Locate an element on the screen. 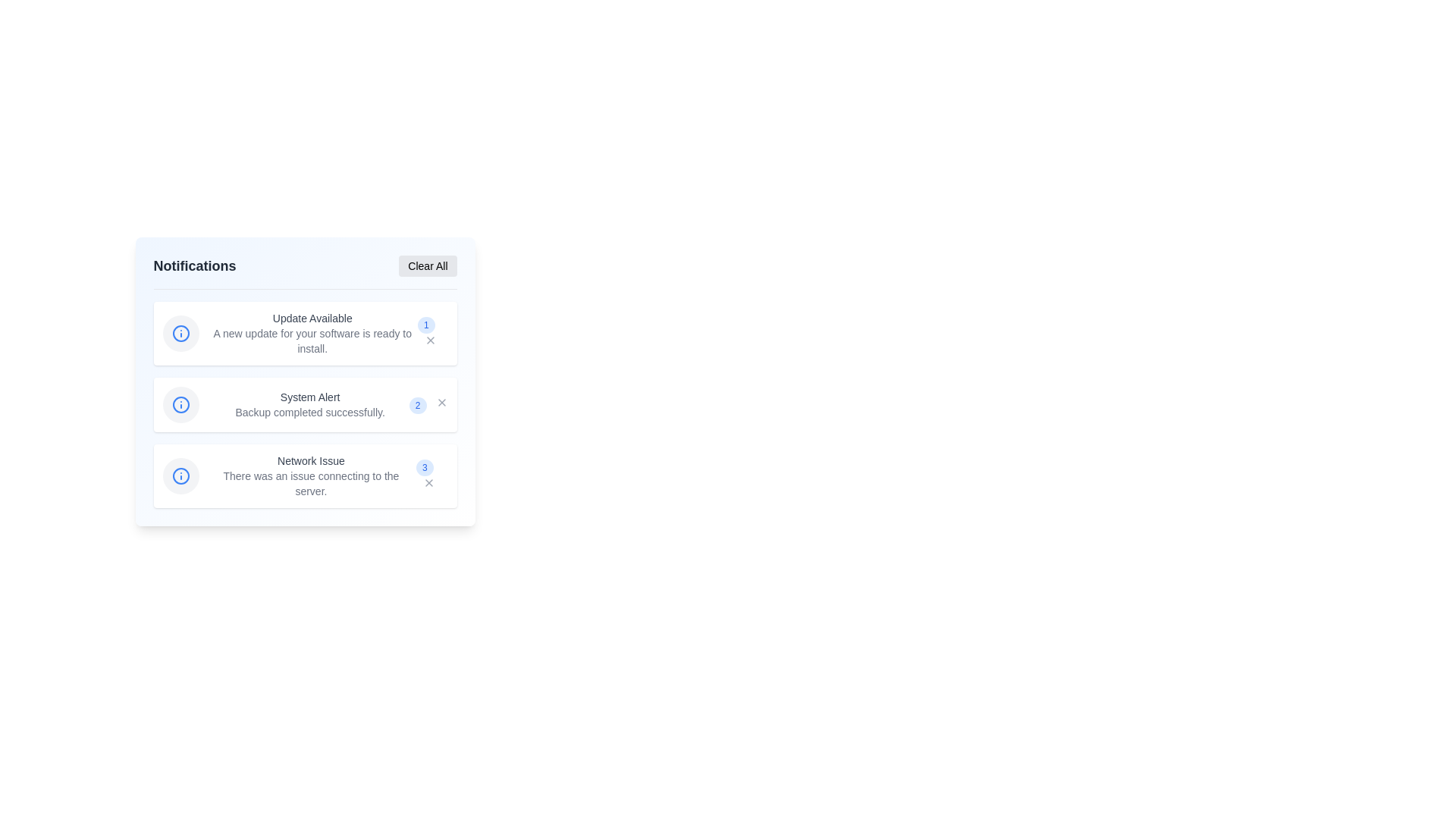  the notification text block that informs the user about an available software update is located at coordinates (312, 332).